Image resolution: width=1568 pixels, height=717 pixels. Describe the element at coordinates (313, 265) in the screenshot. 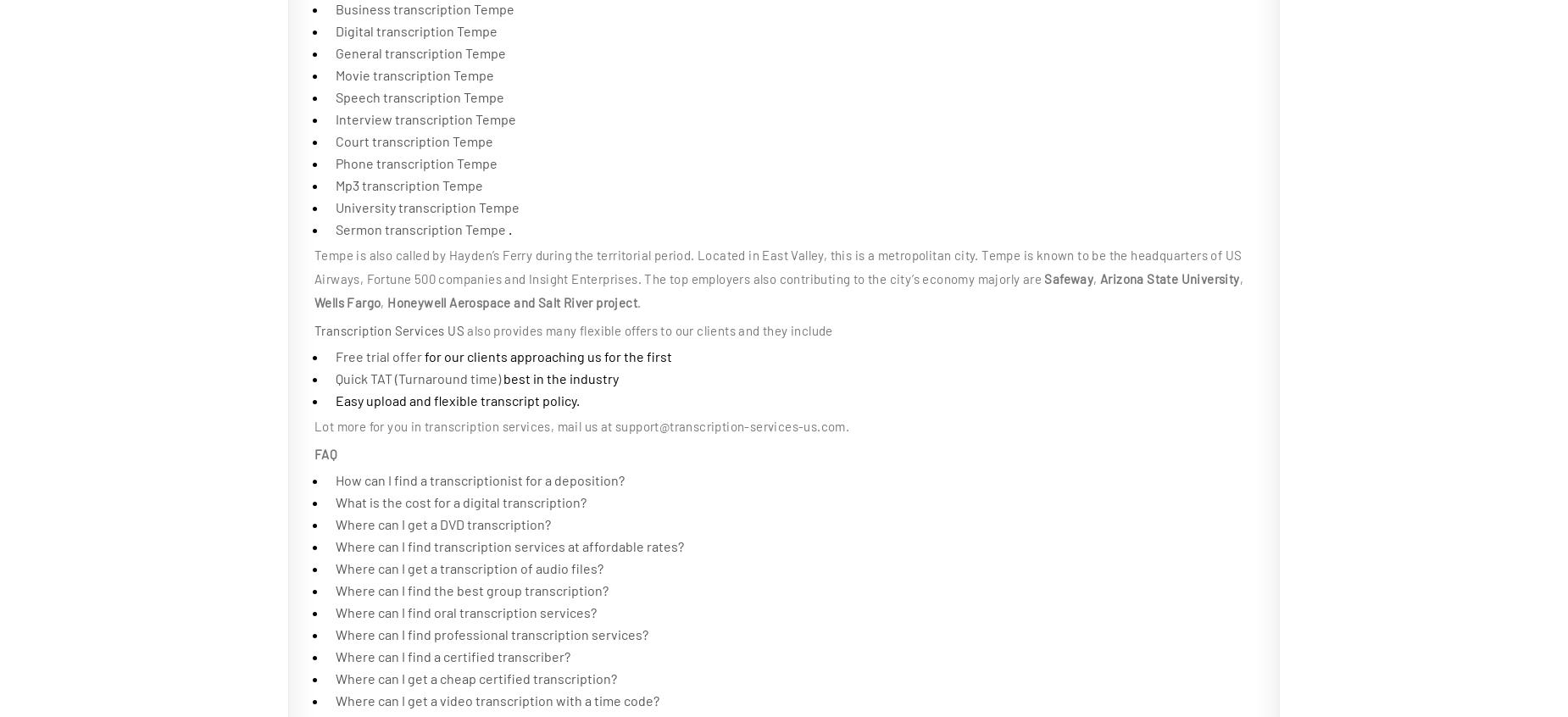

I see `'Tempe is also called by Hayden’s Ferry during the territorial period. Located in East Valley, this is a metropolitan city. Tempe is known to be the headquarters of US Airways, Fortune 500 companies and Insight Enterprises. The top employers also contributing to the city’s economy majorly are'` at that location.